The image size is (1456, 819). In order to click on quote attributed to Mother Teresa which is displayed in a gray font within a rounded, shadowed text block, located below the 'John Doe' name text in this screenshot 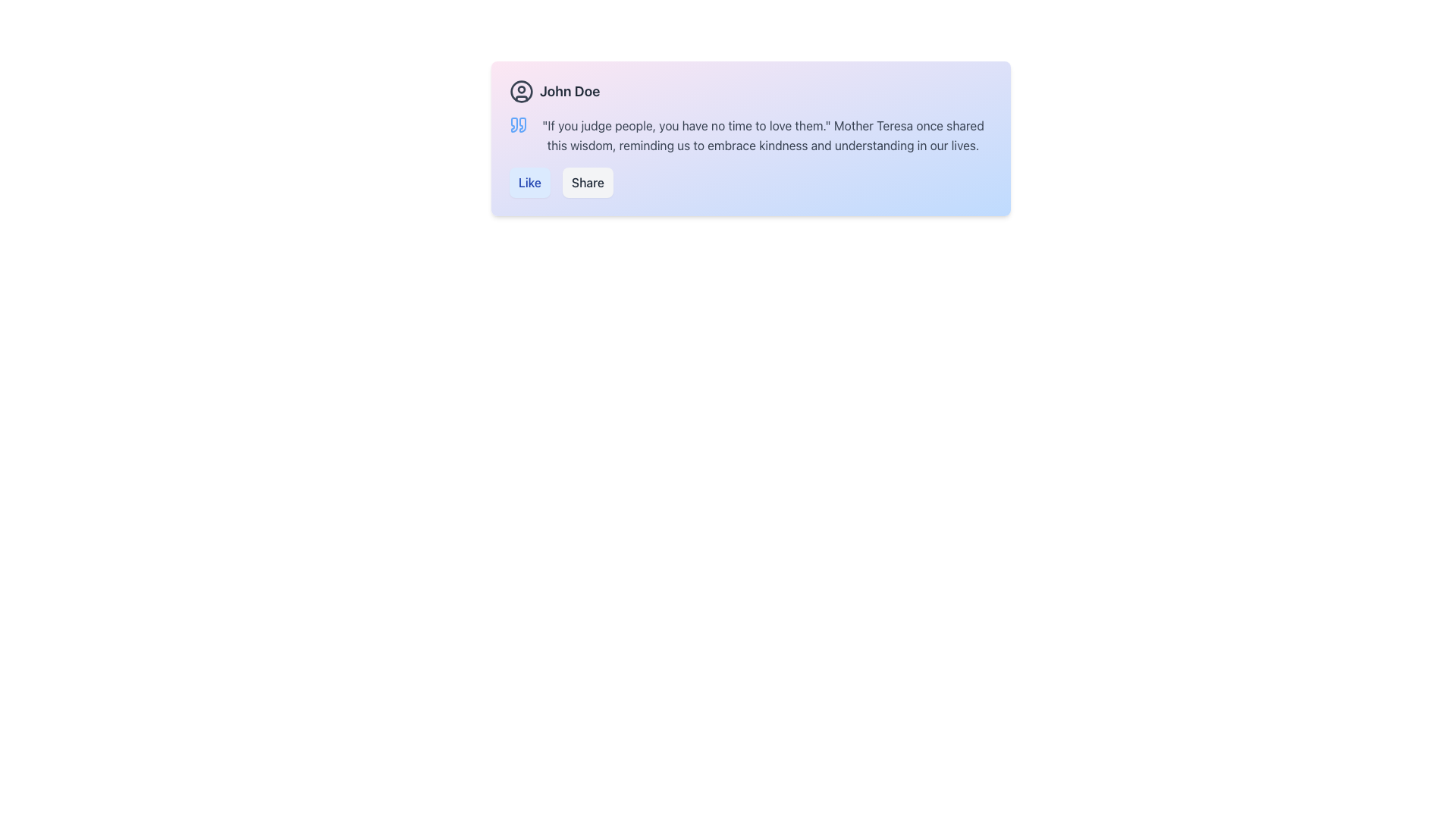, I will do `click(751, 134)`.